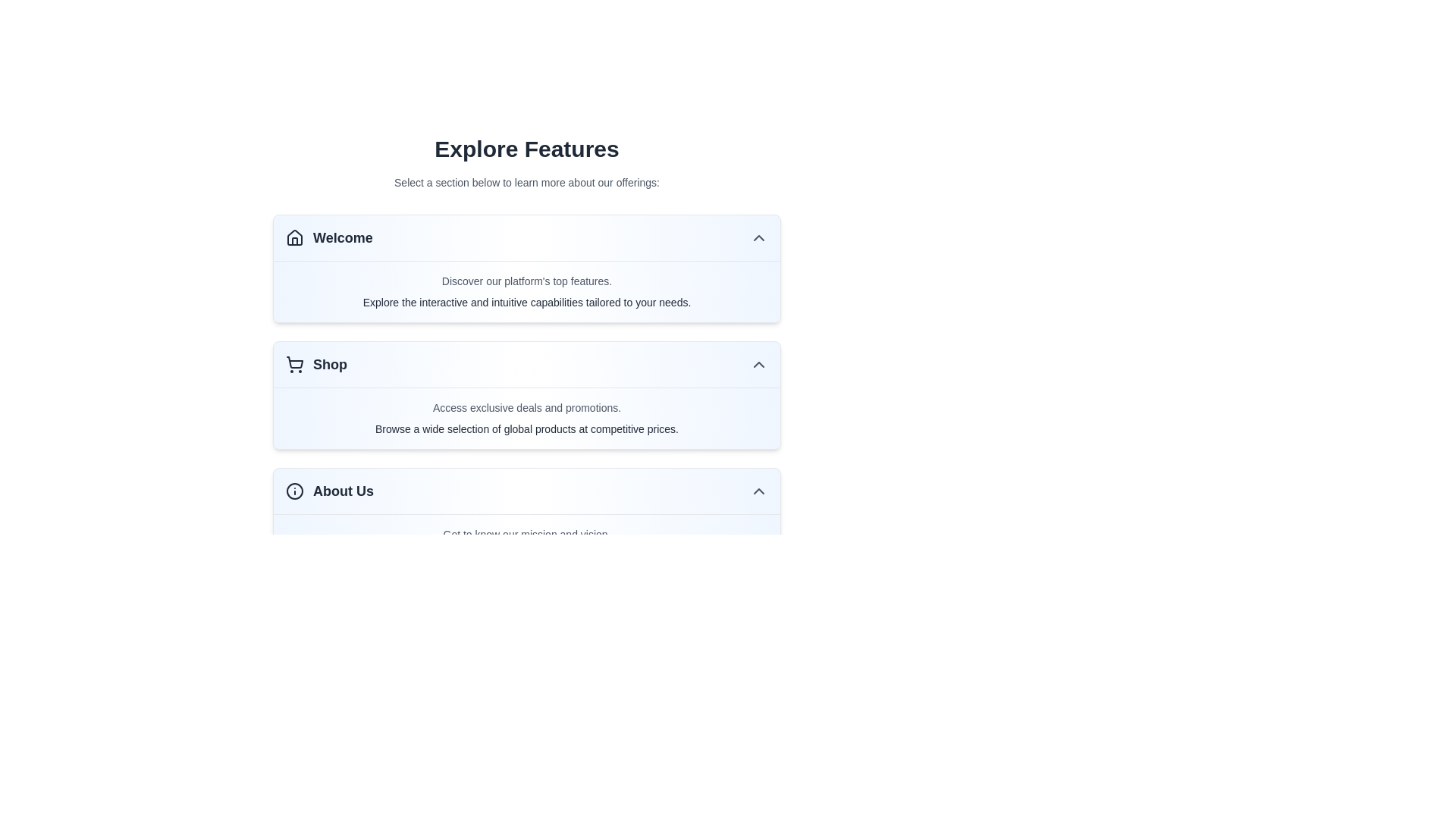  Describe the element at coordinates (527, 406) in the screenshot. I see `the informative text element that displays 'Access exclusive deals and promotions.' within the 'Shop' section header` at that location.